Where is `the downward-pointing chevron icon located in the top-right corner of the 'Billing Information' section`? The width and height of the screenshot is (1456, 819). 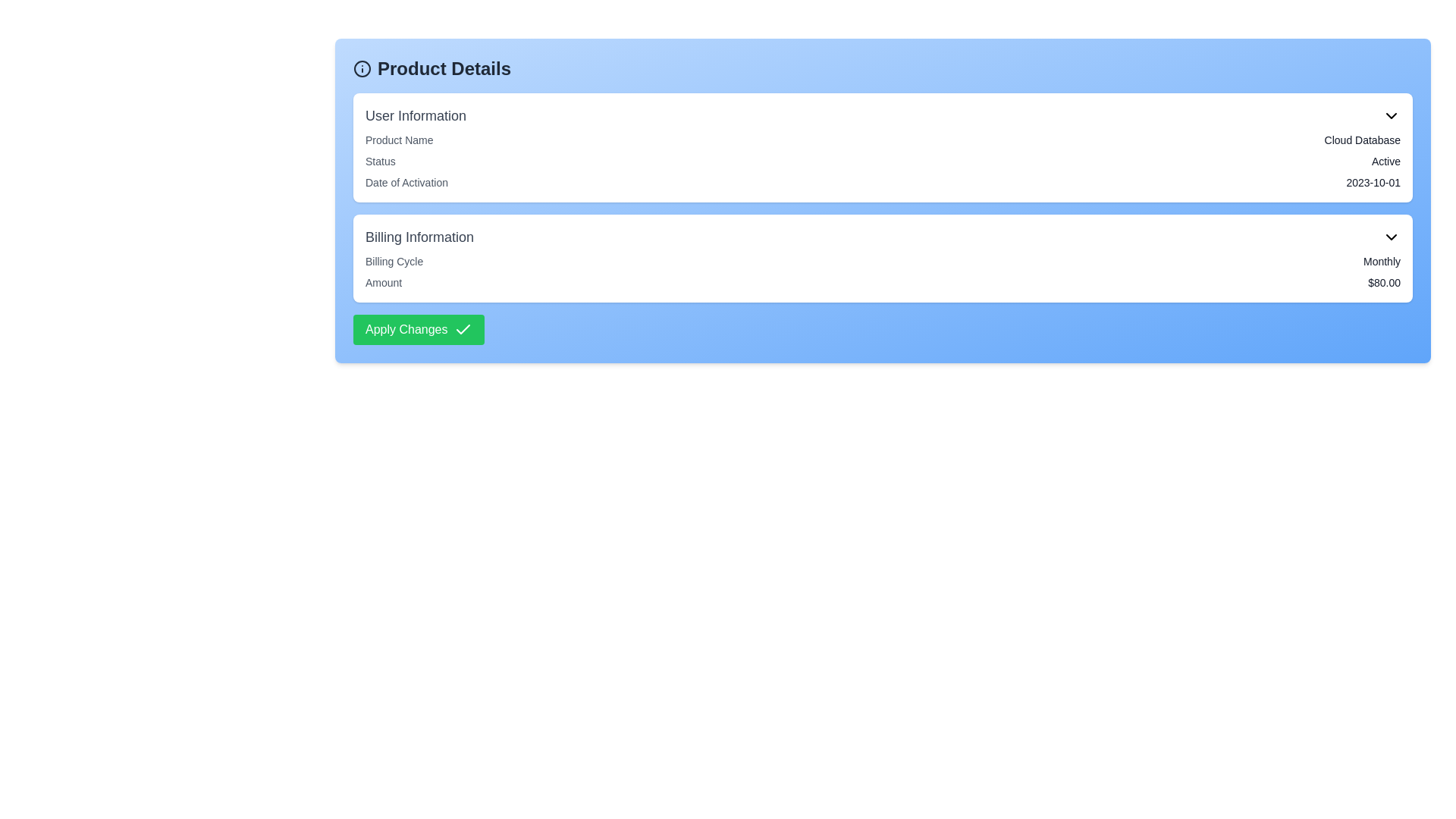 the downward-pointing chevron icon located in the top-right corner of the 'Billing Information' section is located at coordinates (1391, 237).